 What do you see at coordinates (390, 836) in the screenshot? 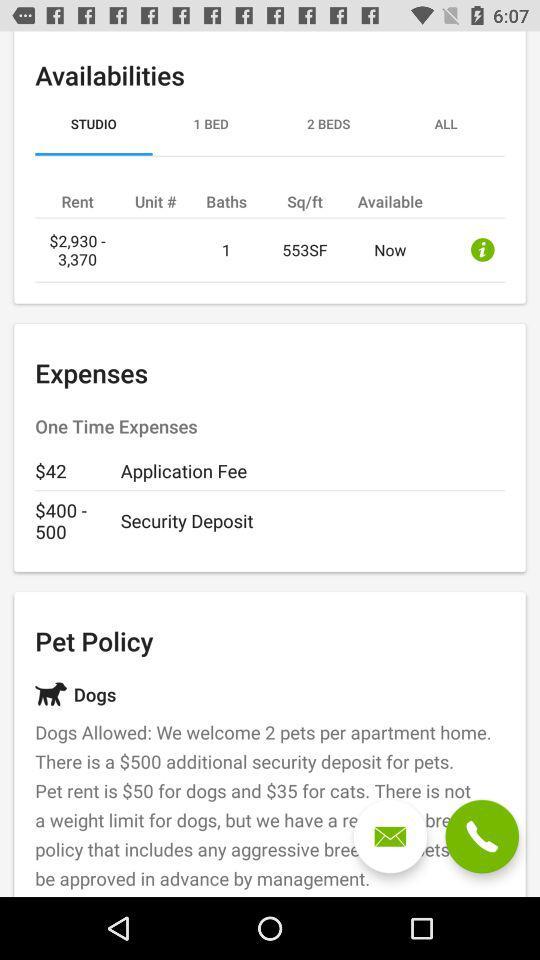
I see `the email icon` at bounding box center [390, 836].